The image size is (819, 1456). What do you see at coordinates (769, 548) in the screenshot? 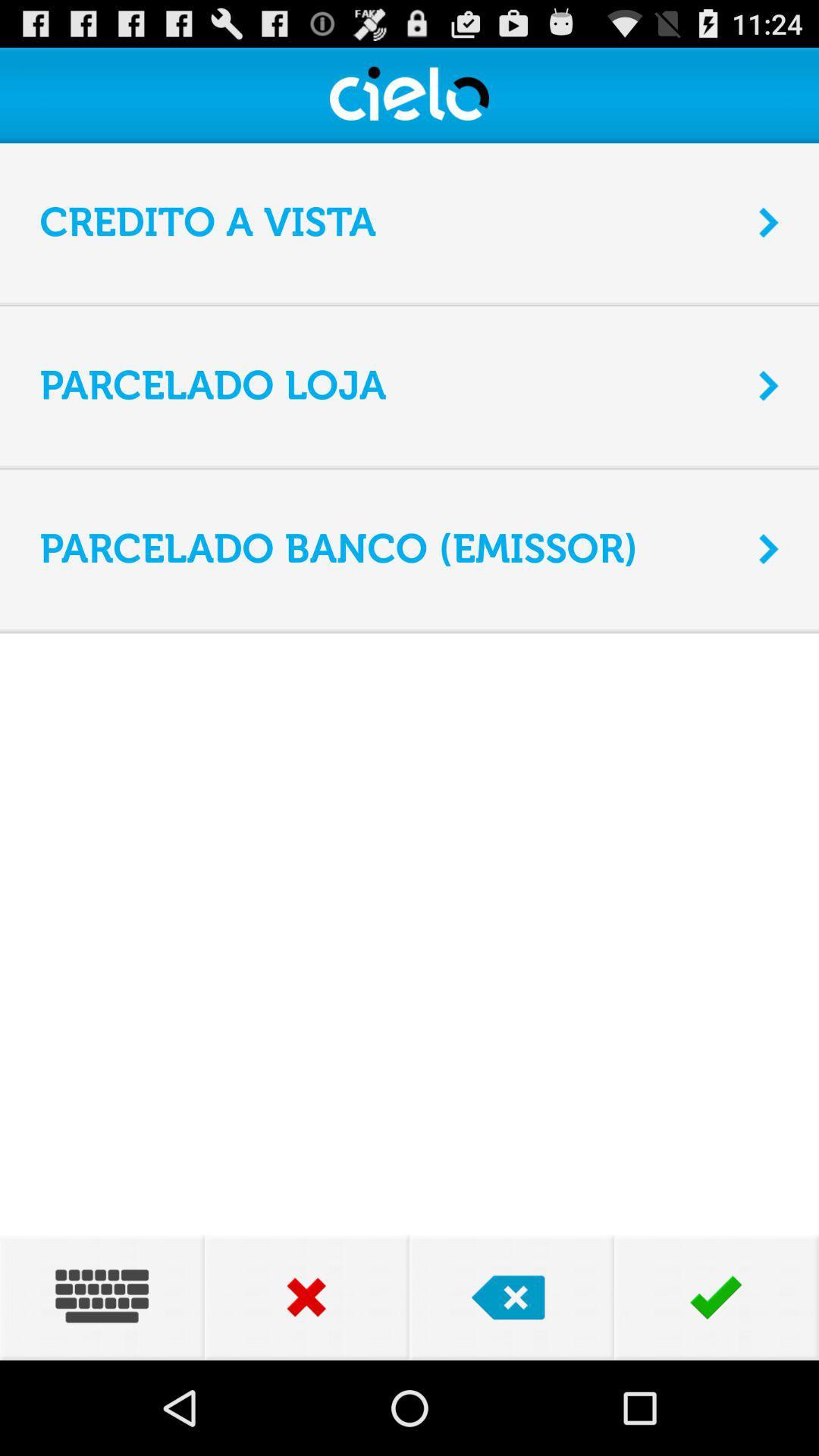
I see `item to the right of the parcelado banco (emissor) app` at bounding box center [769, 548].